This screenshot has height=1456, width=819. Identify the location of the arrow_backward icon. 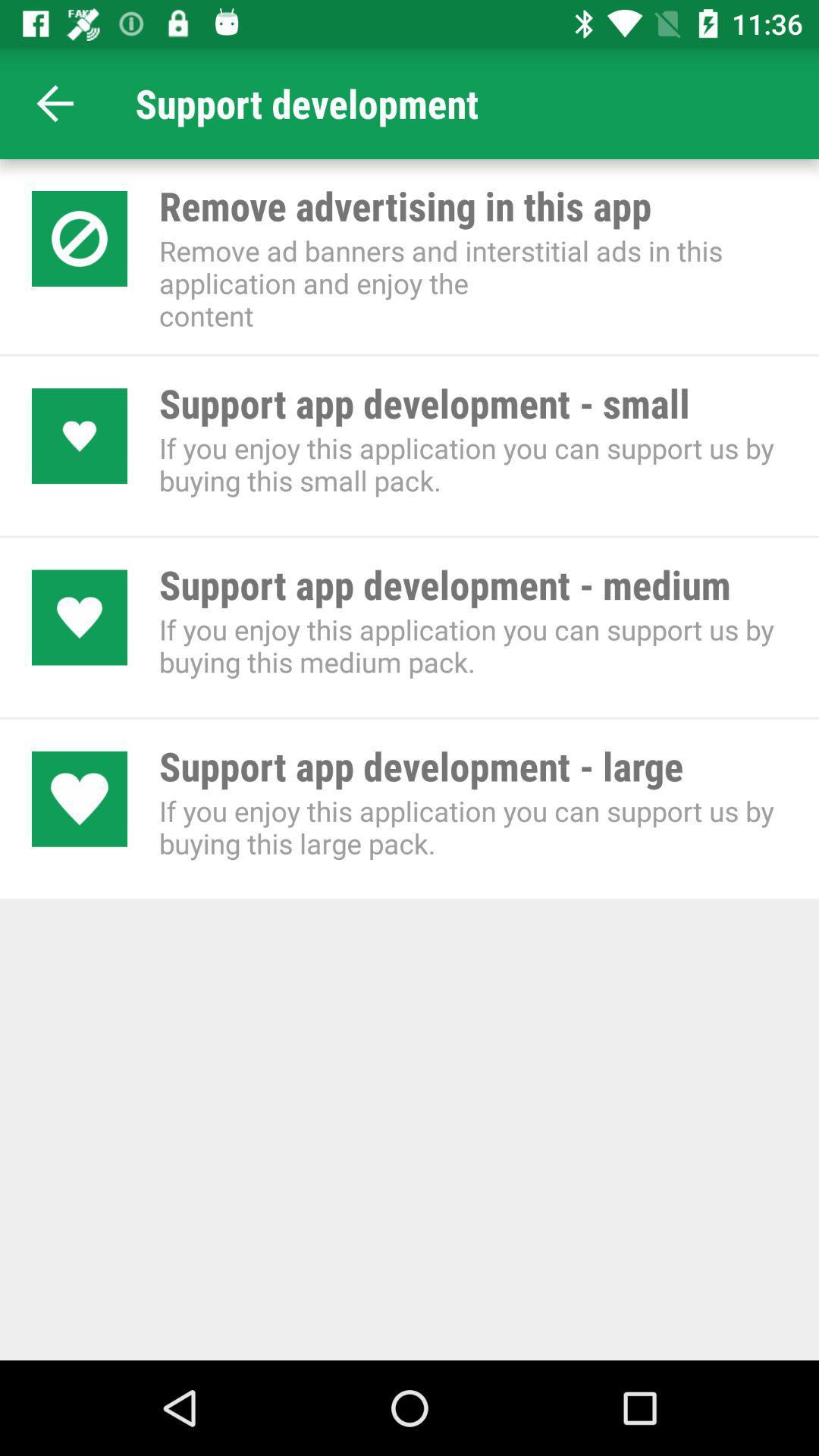
(55, 102).